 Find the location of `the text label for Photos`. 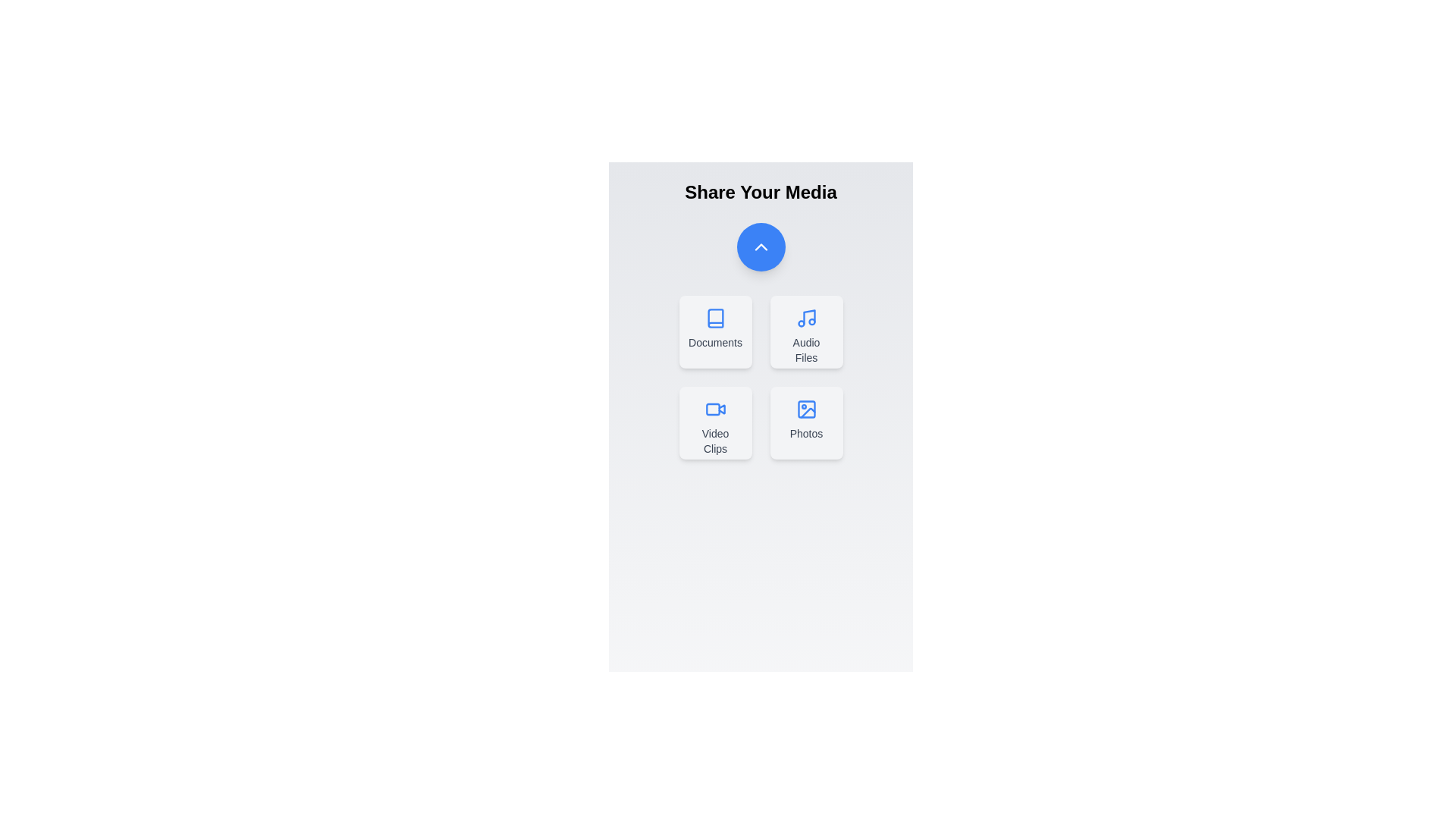

the text label for Photos is located at coordinates (805, 433).